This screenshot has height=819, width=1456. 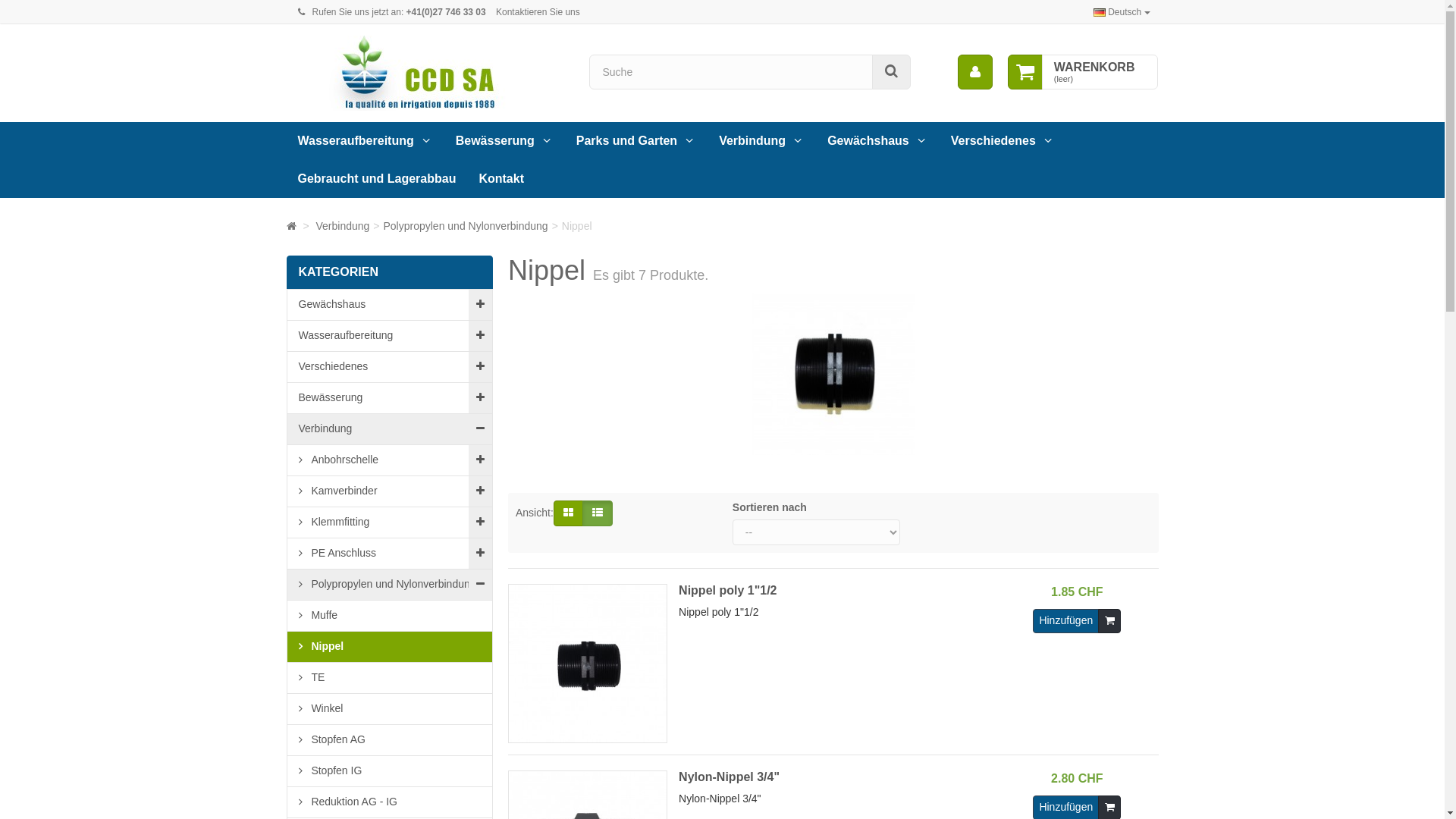 I want to click on 'PE Anschluss', so click(x=389, y=553).